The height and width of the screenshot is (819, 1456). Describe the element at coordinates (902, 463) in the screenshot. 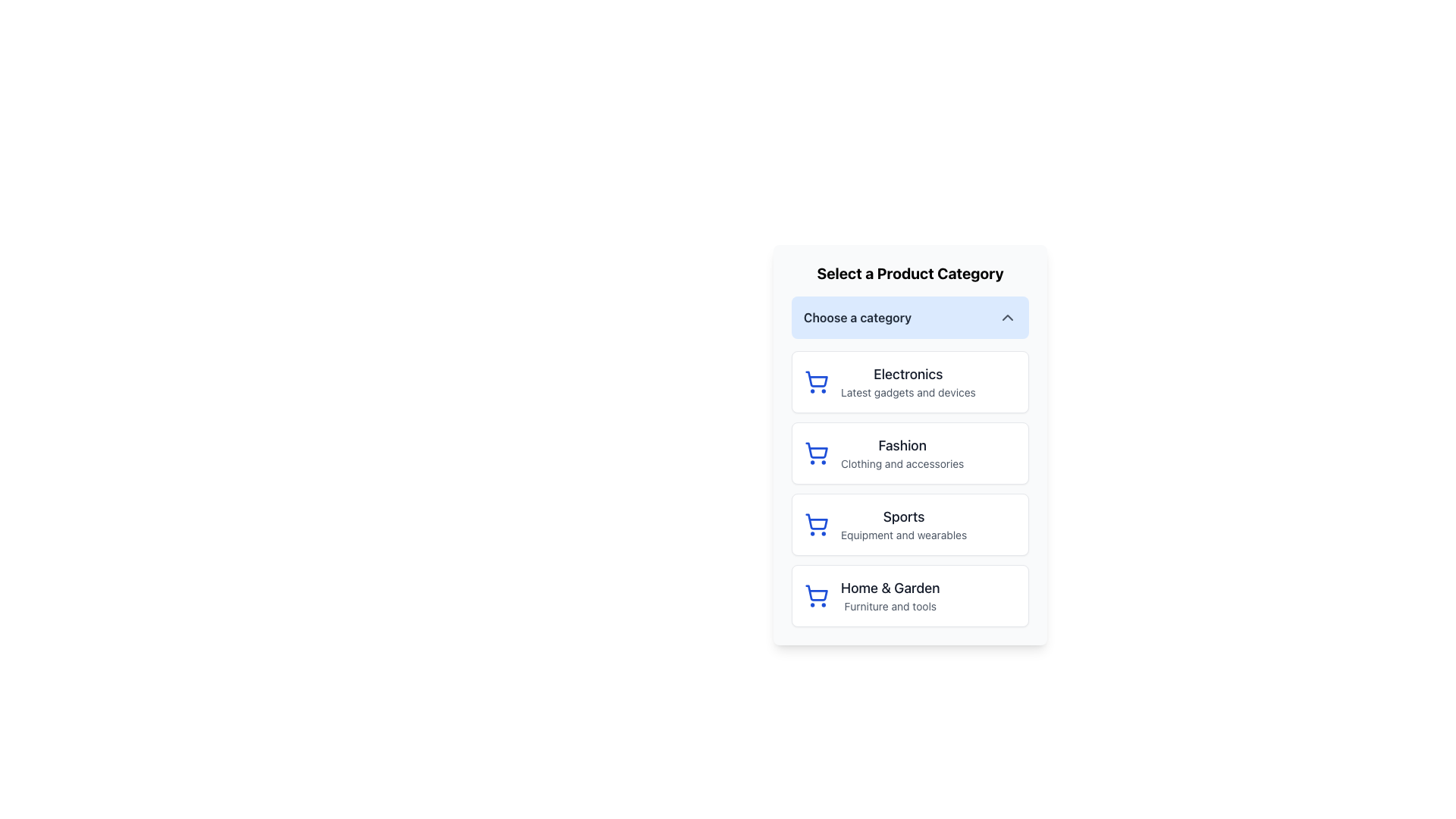

I see `the static text element displaying 'Clothing and accessories', which is styled in a smaller gray font and located below the 'Fashion' header` at that location.